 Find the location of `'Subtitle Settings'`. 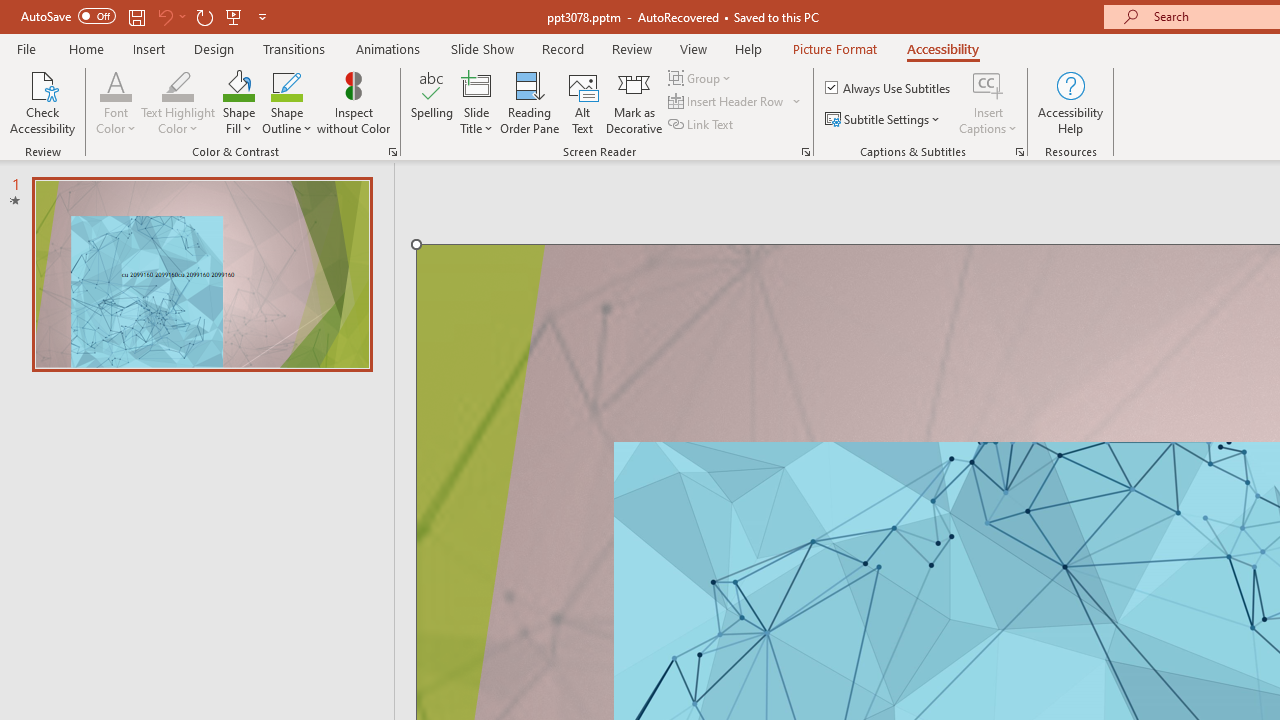

'Subtitle Settings' is located at coordinates (883, 119).